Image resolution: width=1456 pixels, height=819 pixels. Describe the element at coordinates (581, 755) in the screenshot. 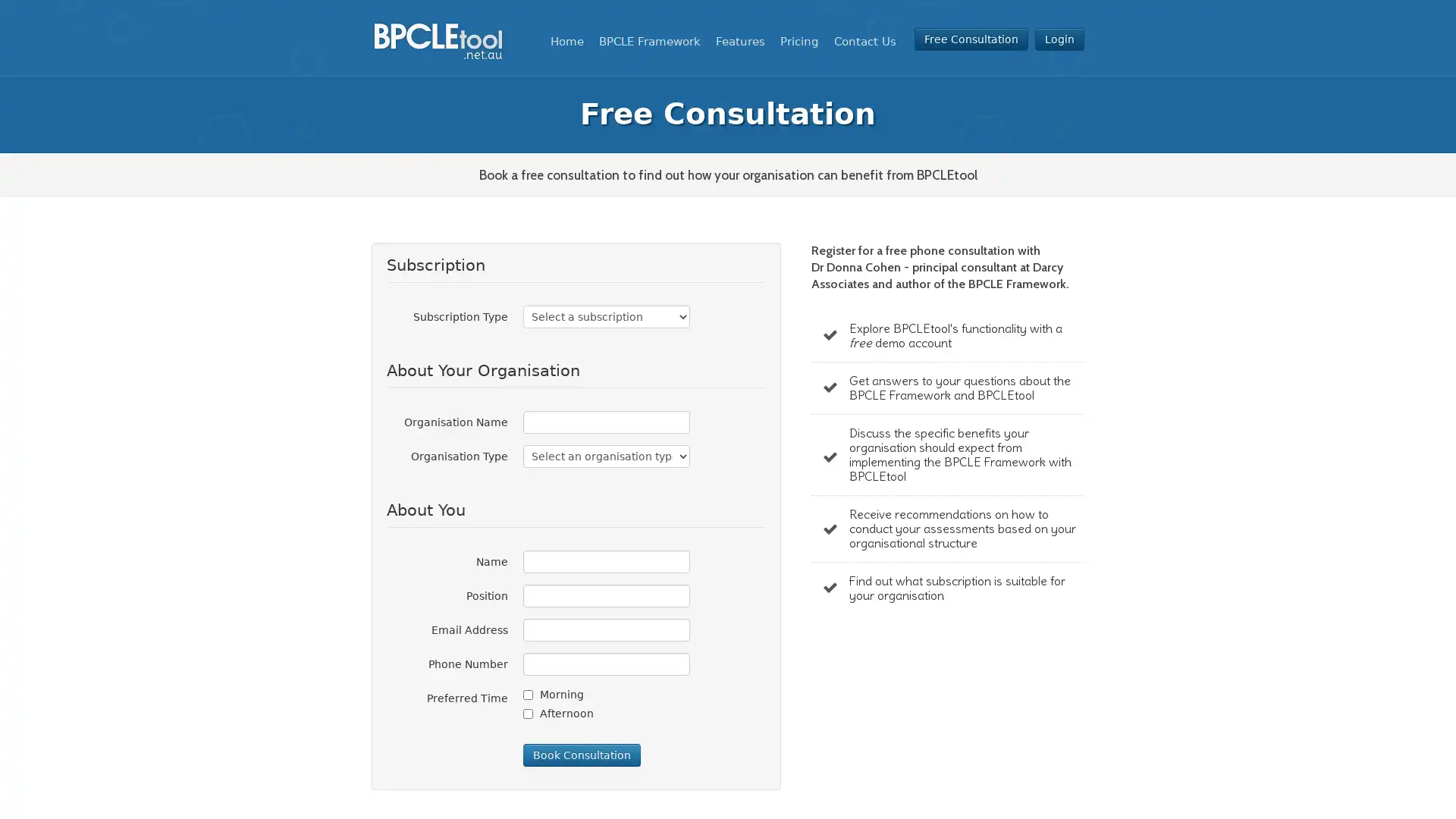

I see `Book Consultation` at that location.